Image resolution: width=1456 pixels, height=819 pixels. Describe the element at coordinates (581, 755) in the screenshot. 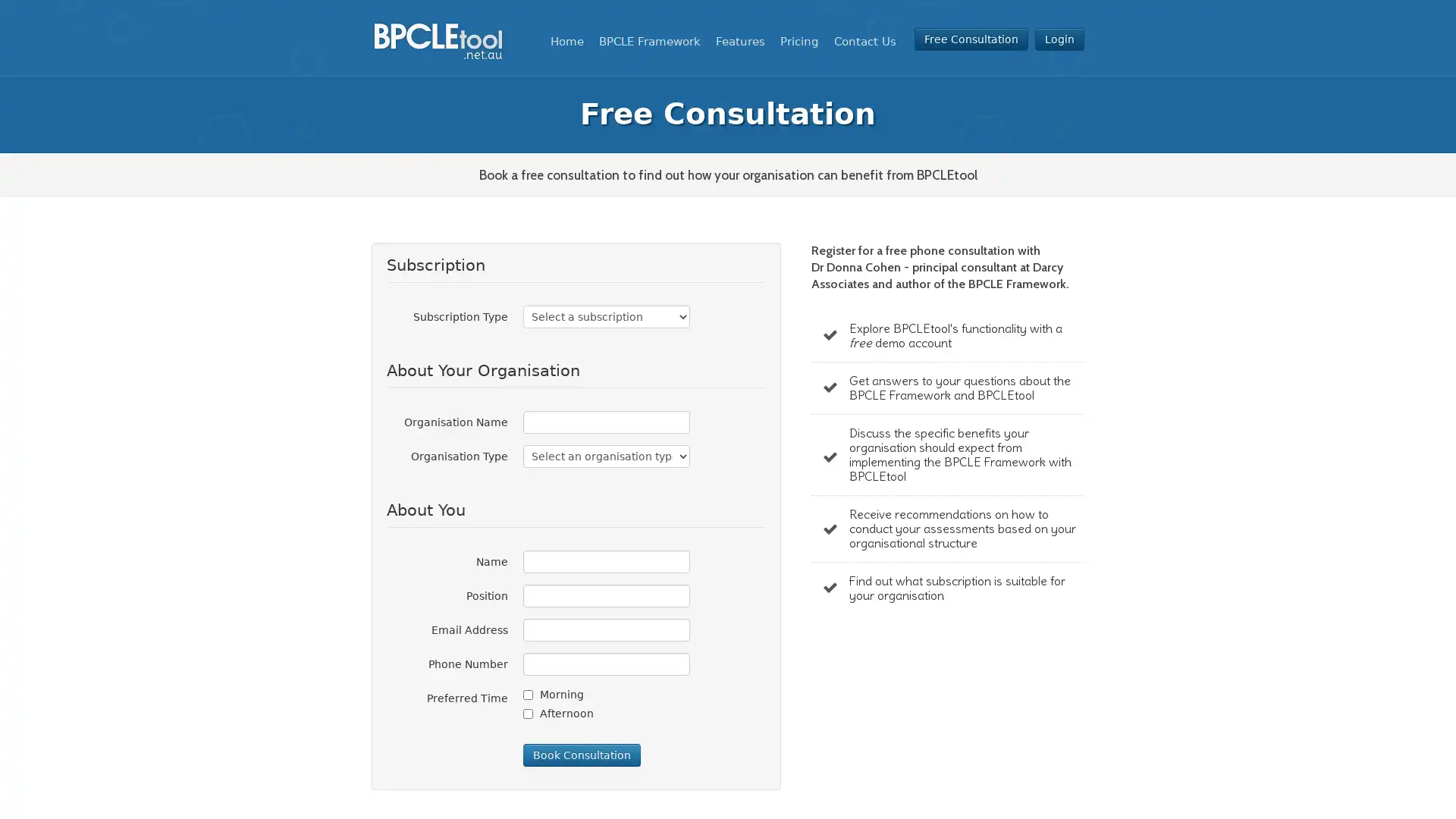

I see `Book Consultation` at that location.